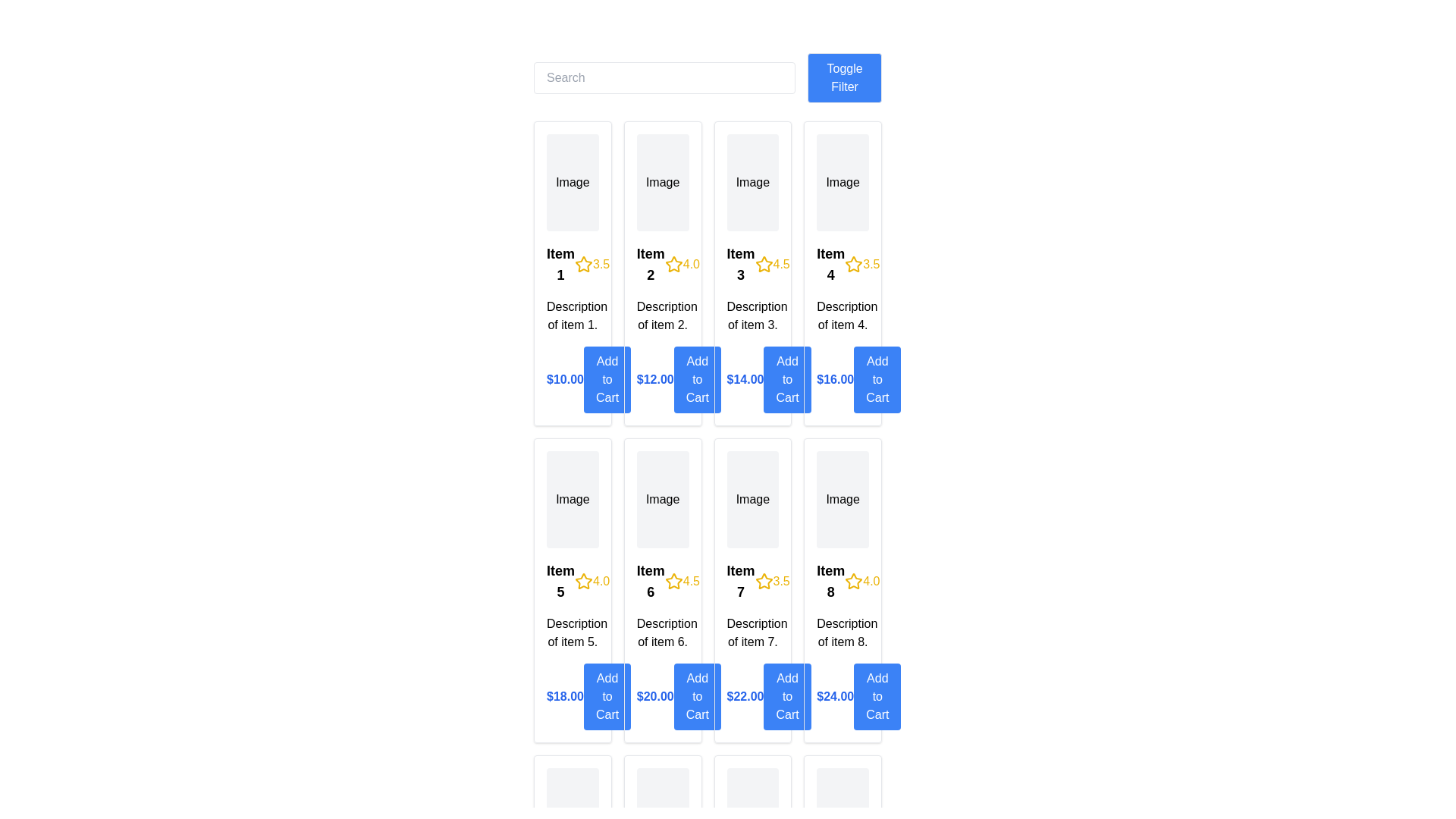 This screenshot has width=1456, height=819. What do you see at coordinates (673, 263) in the screenshot?
I see `the rating icon located in the second item card between the item's title and description to provide immediate feedback on its quality or popularity` at bounding box center [673, 263].